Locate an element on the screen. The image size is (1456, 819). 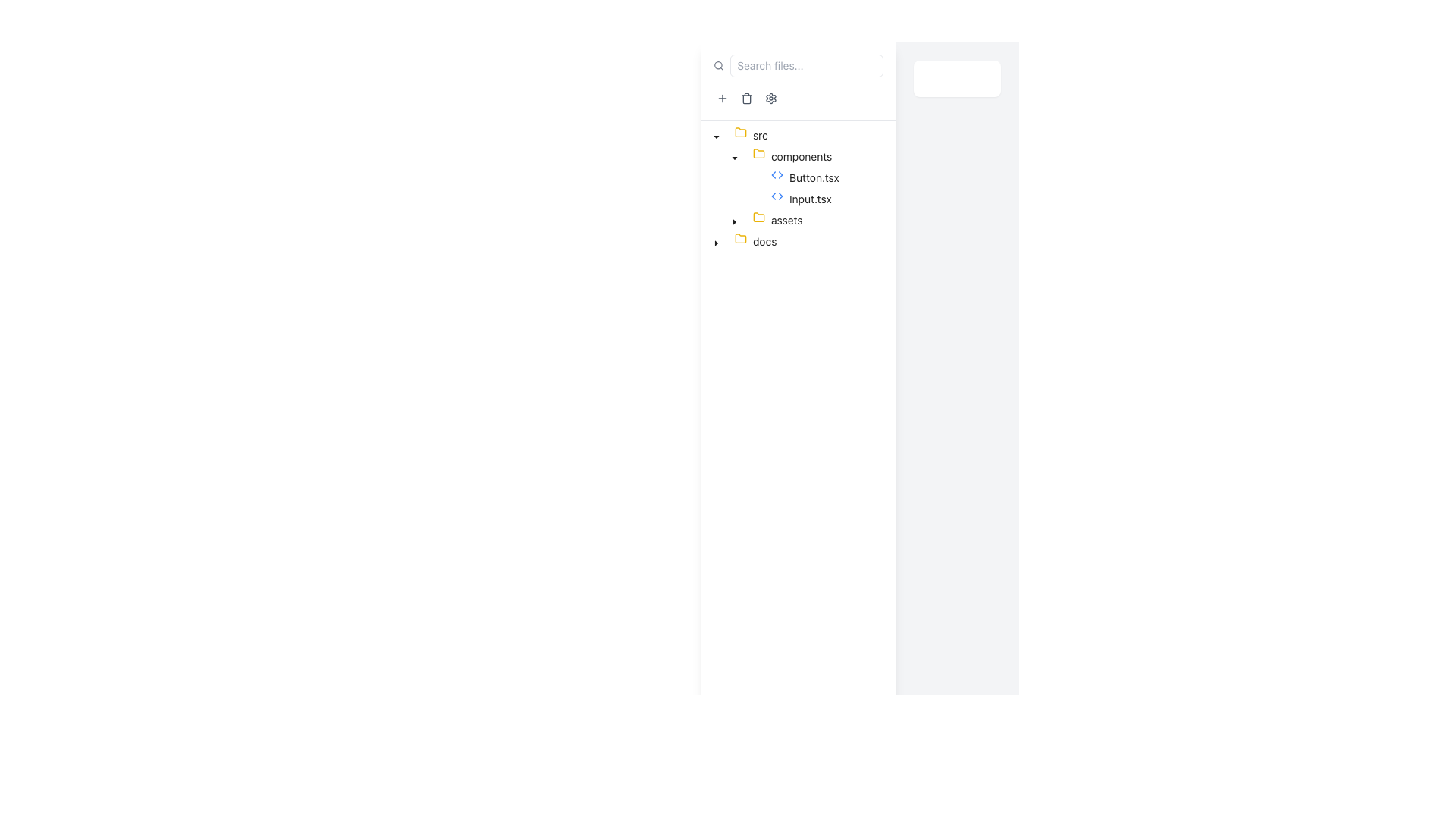
the 'src' tree node is located at coordinates (740, 134).